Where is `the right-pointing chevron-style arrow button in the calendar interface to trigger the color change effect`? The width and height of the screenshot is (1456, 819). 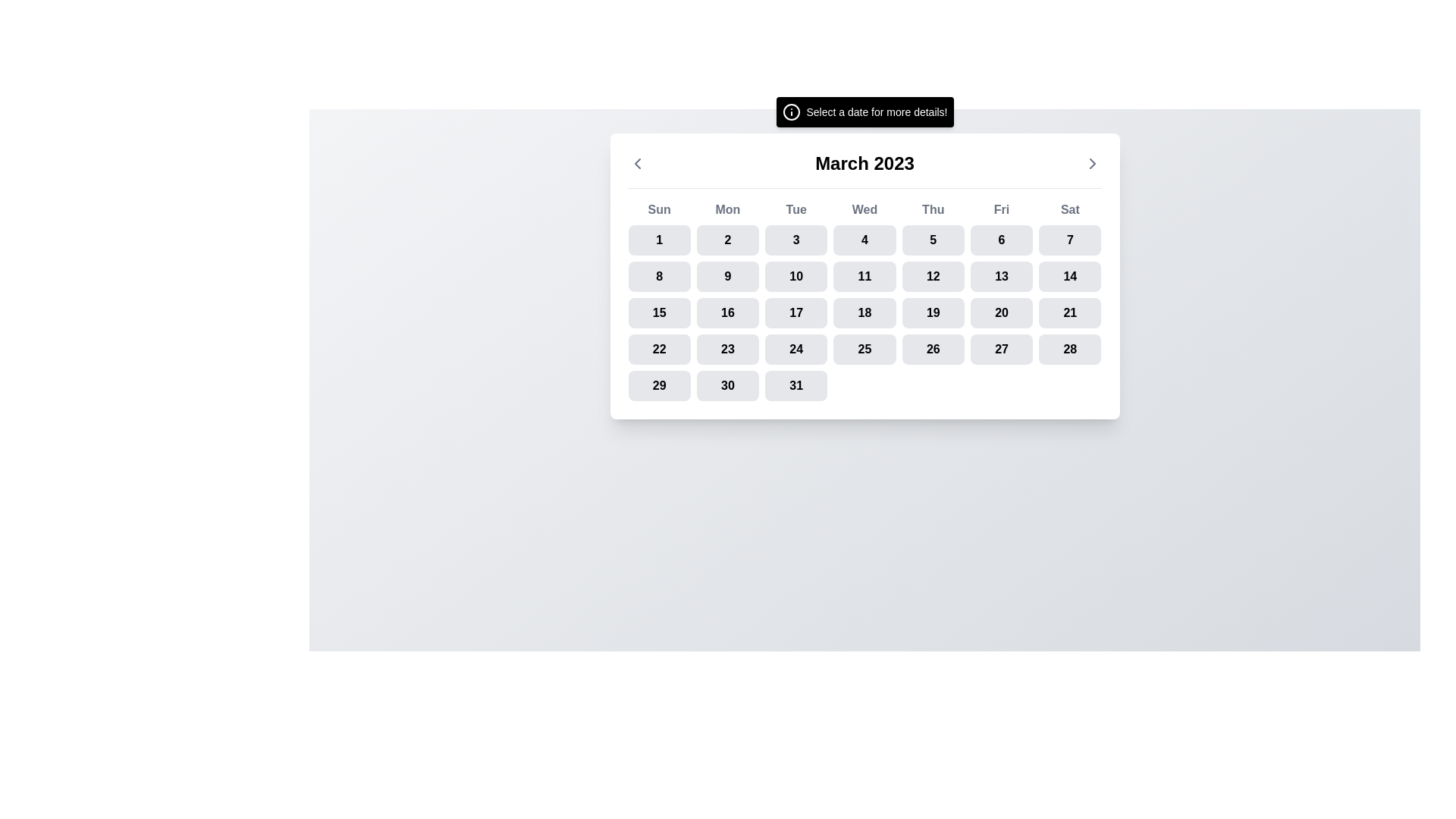 the right-pointing chevron-style arrow button in the calendar interface to trigger the color change effect is located at coordinates (1092, 164).